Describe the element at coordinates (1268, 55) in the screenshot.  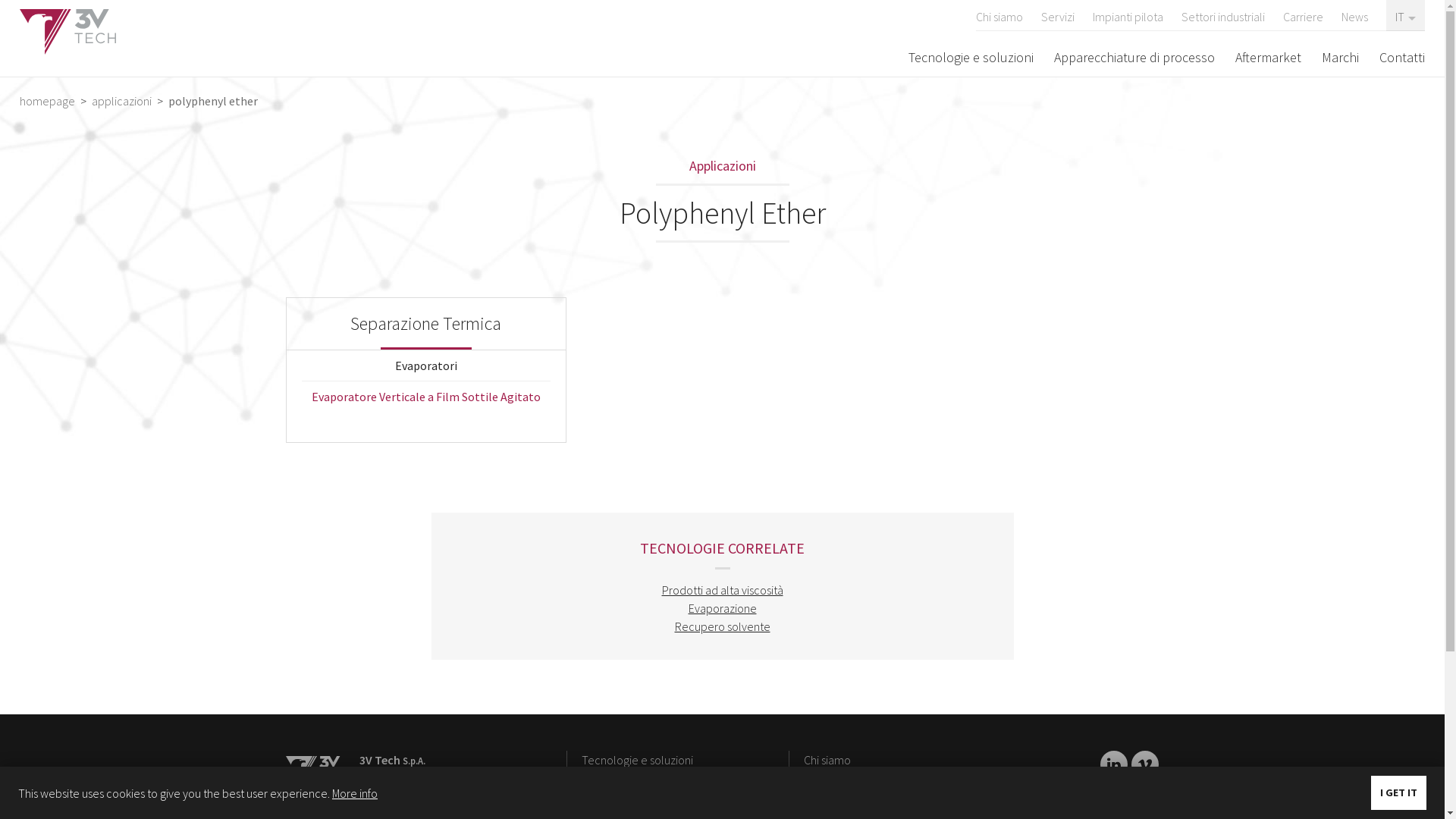
I see `'Aftermarket'` at that location.